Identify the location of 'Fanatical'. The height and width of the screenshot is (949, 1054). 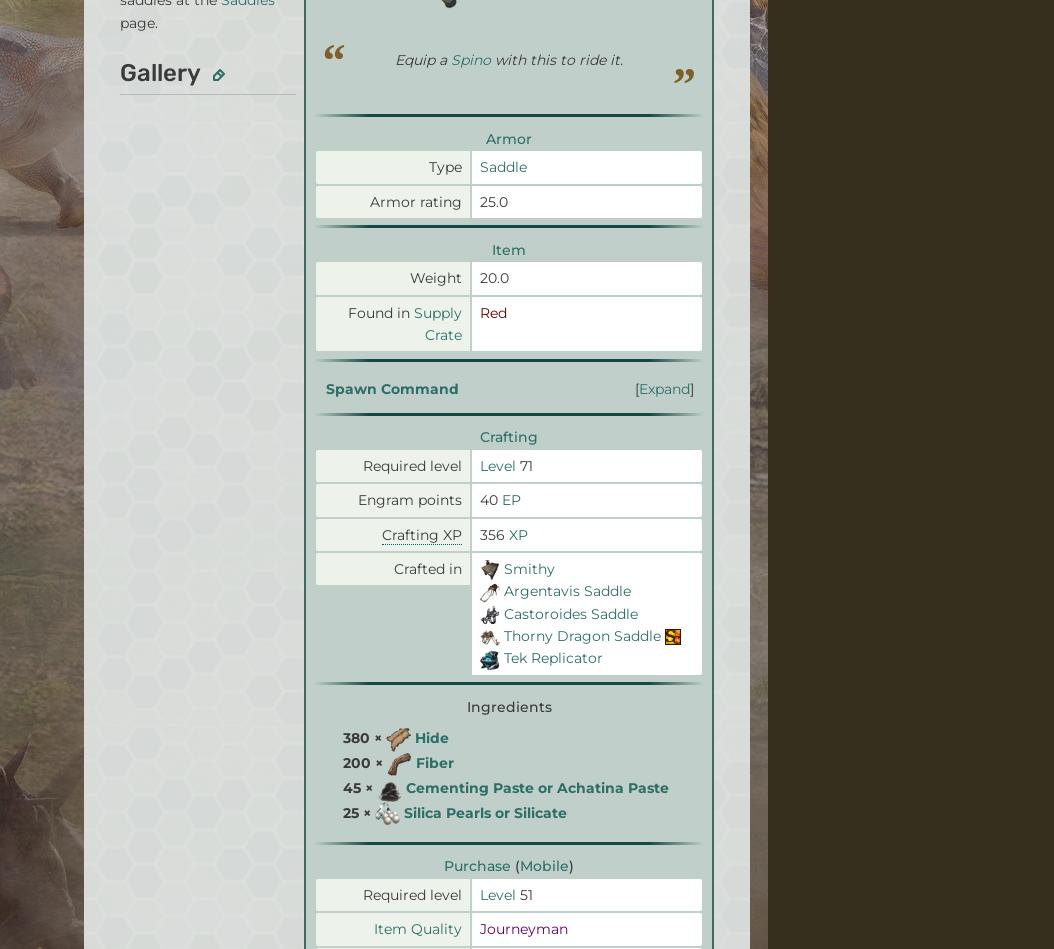
(461, 48).